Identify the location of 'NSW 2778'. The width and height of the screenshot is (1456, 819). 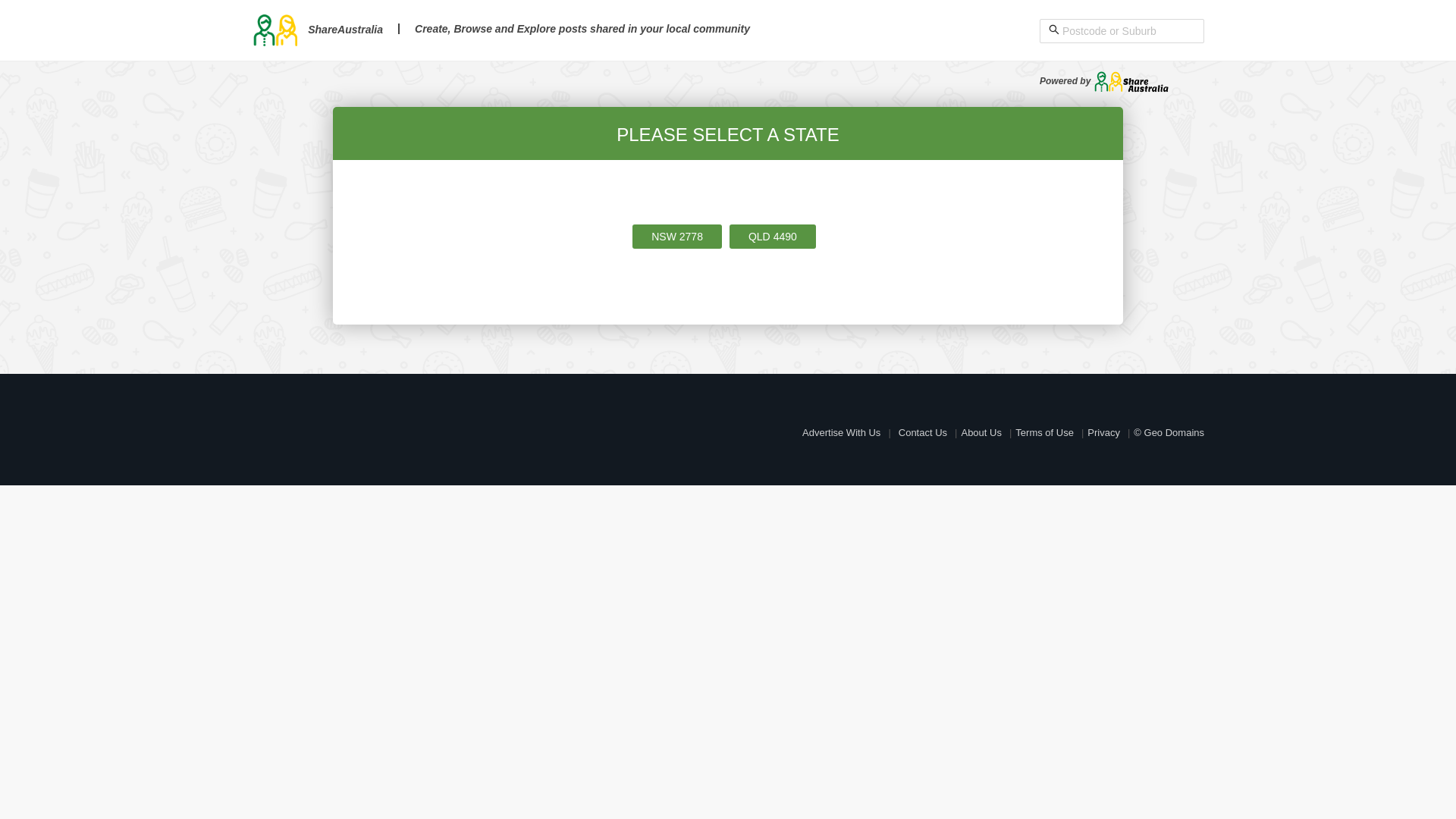
(676, 237).